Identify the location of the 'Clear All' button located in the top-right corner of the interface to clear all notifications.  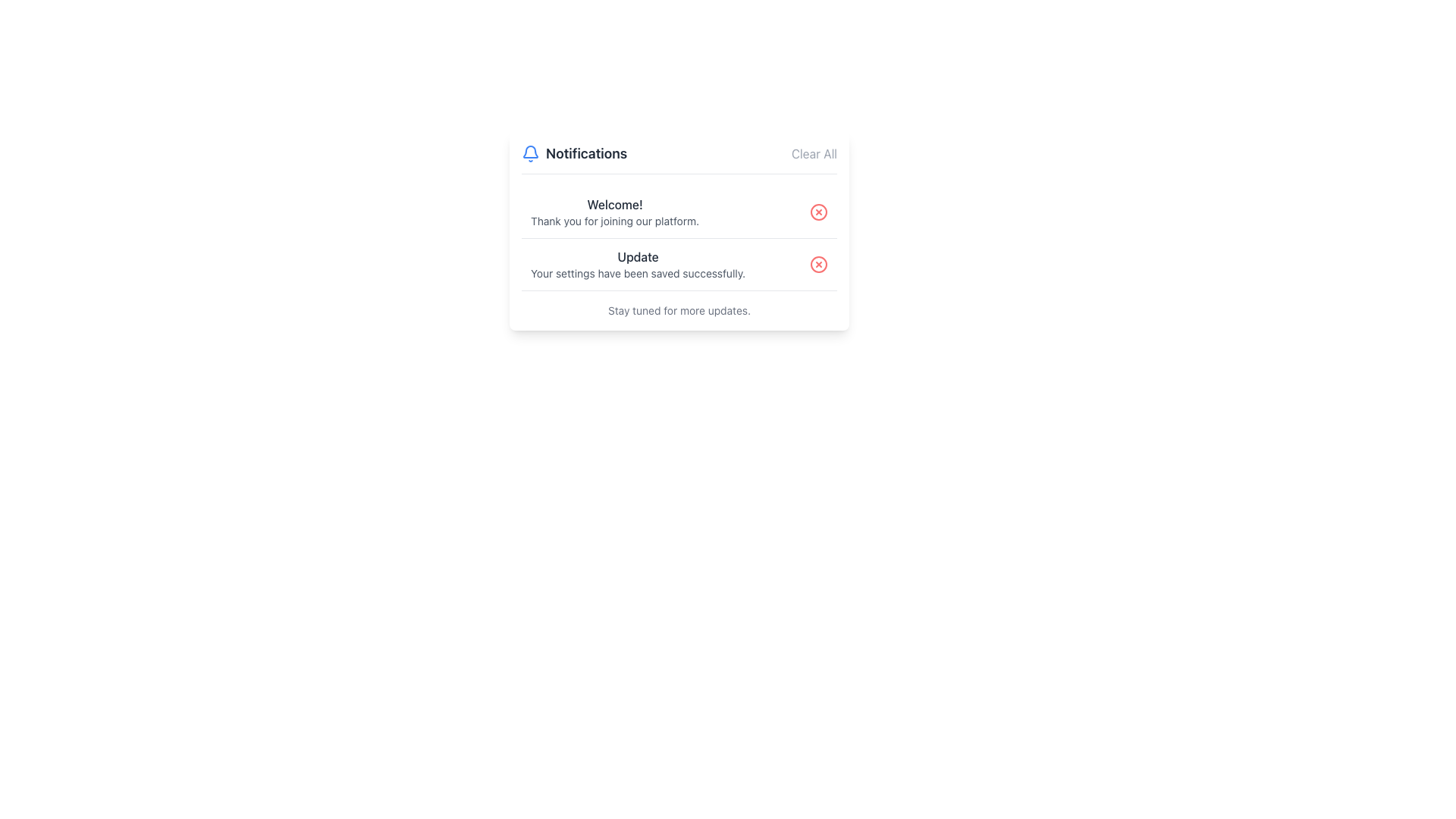
(813, 154).